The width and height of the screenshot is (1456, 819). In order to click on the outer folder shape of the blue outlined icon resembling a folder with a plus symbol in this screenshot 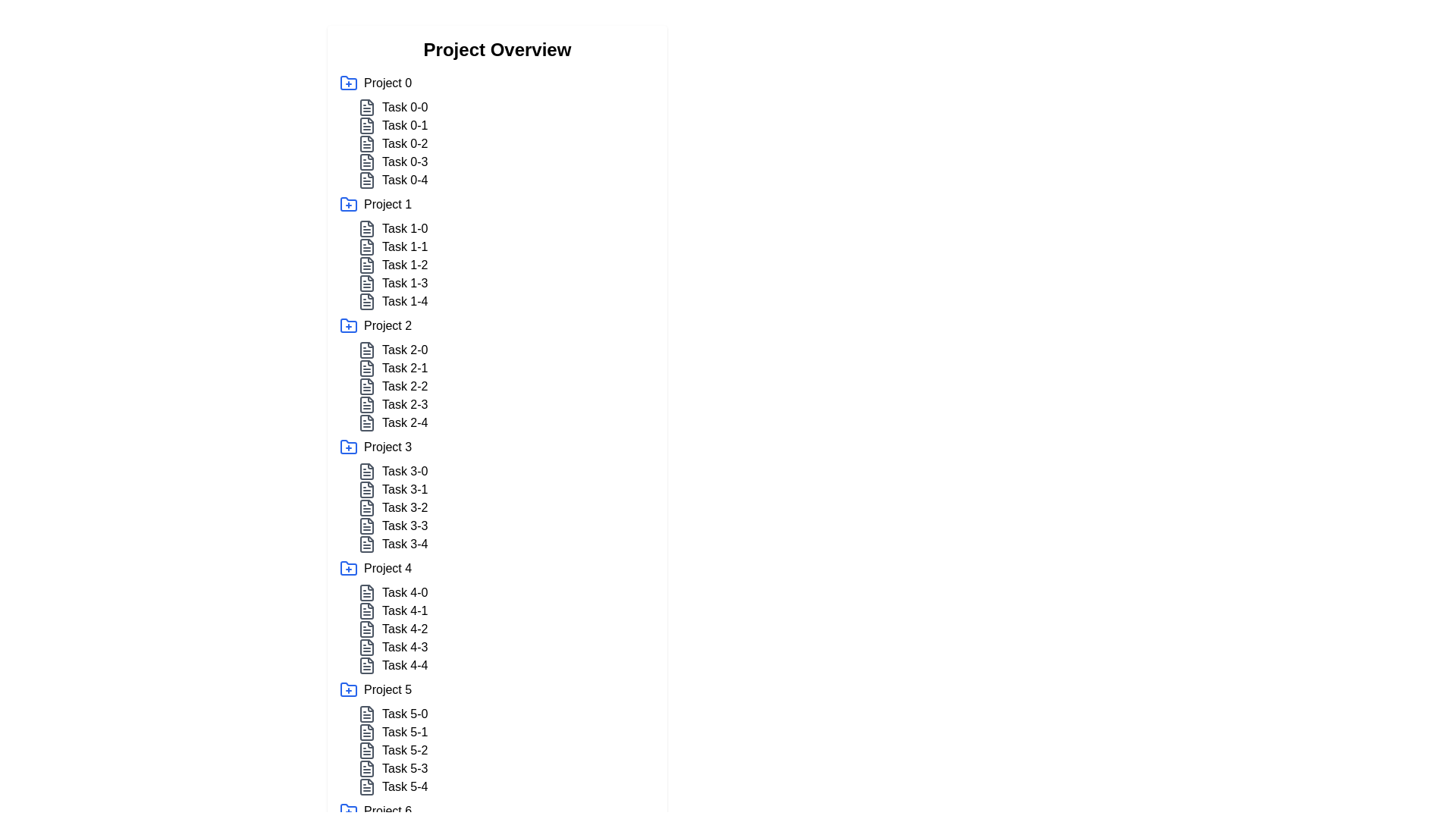, I will do `click(348, 324)`.